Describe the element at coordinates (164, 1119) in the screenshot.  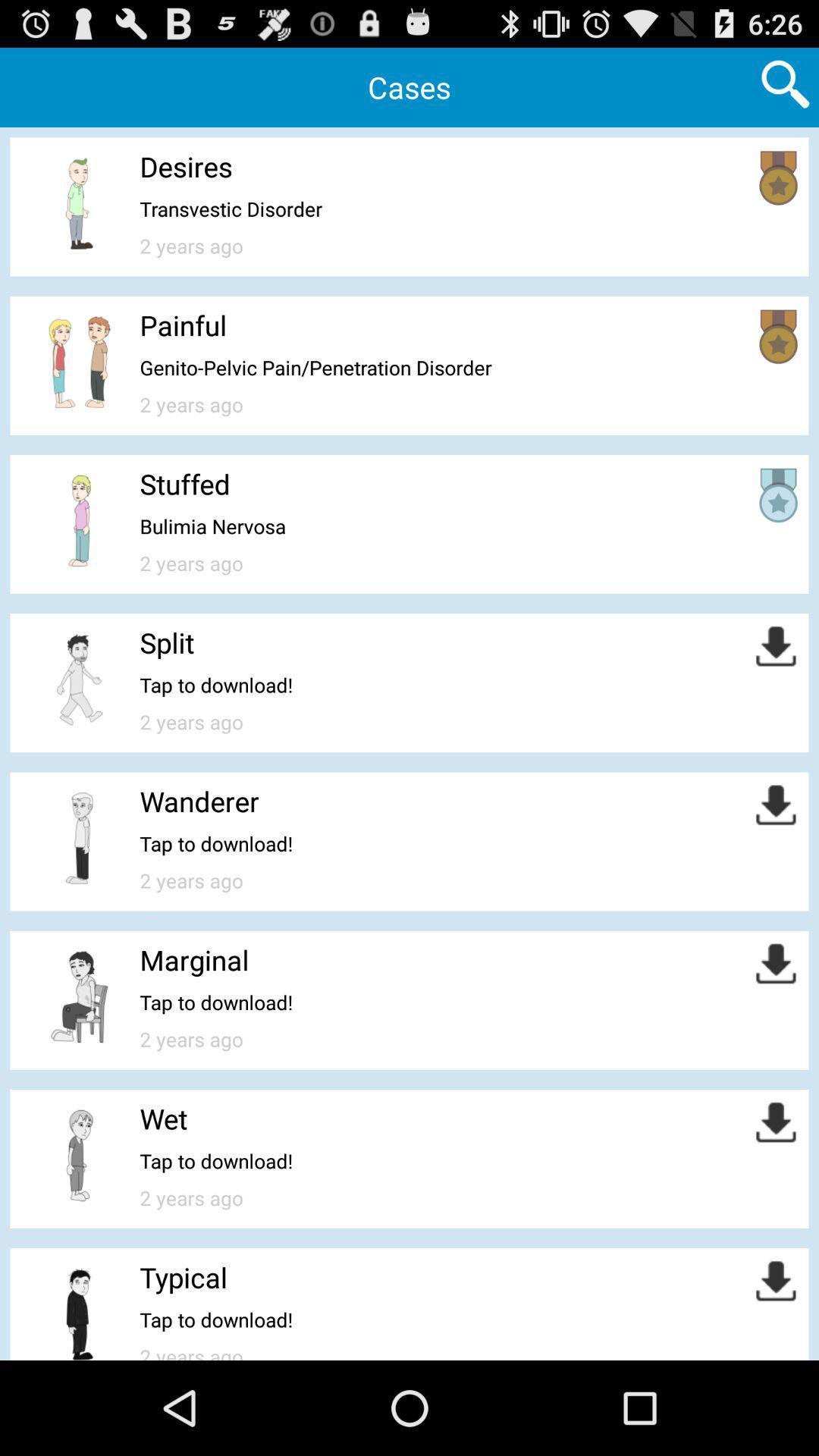
I see `the wet item` at that location.